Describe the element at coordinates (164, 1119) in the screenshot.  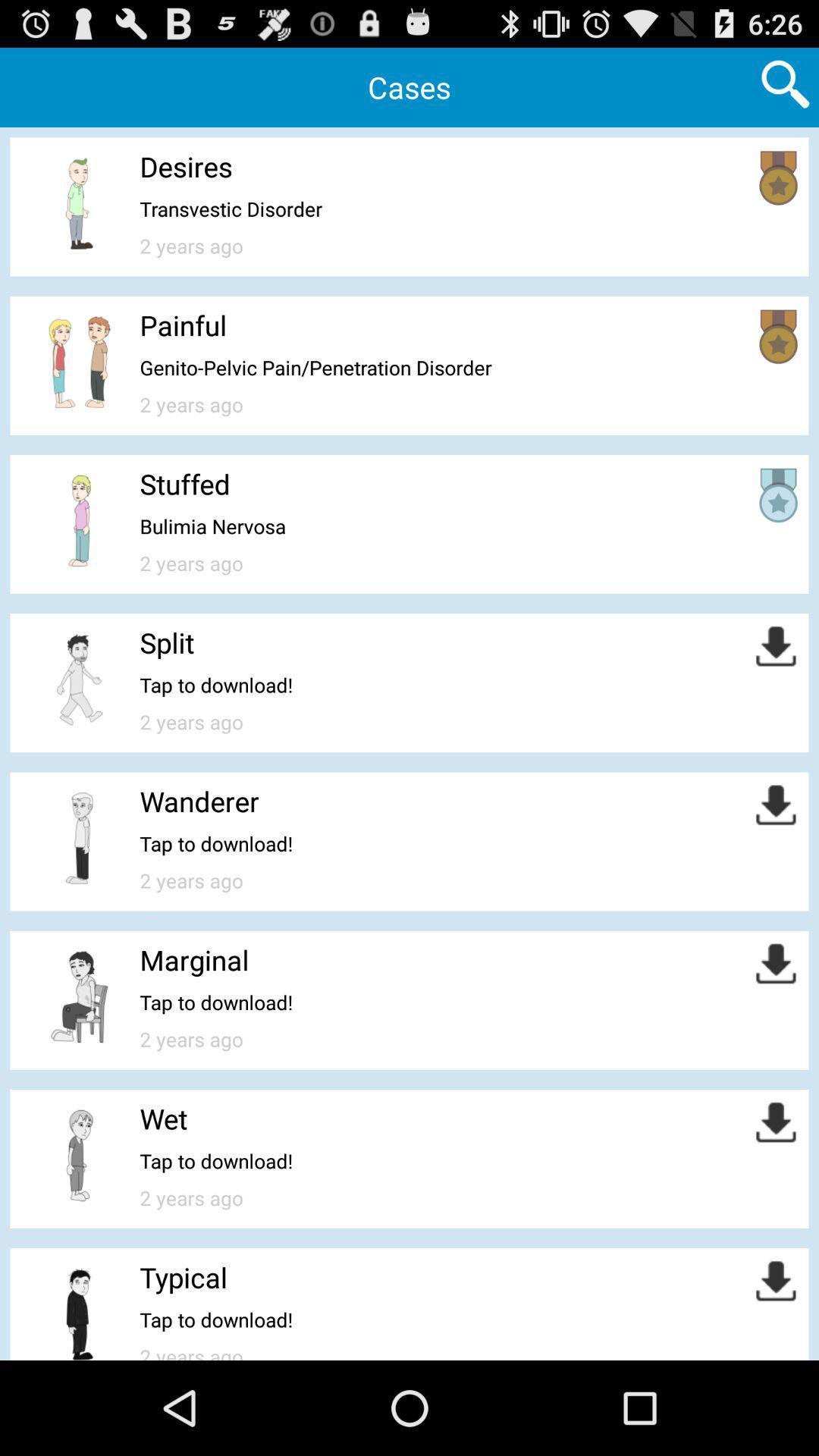
I see `the wet item` at that location.